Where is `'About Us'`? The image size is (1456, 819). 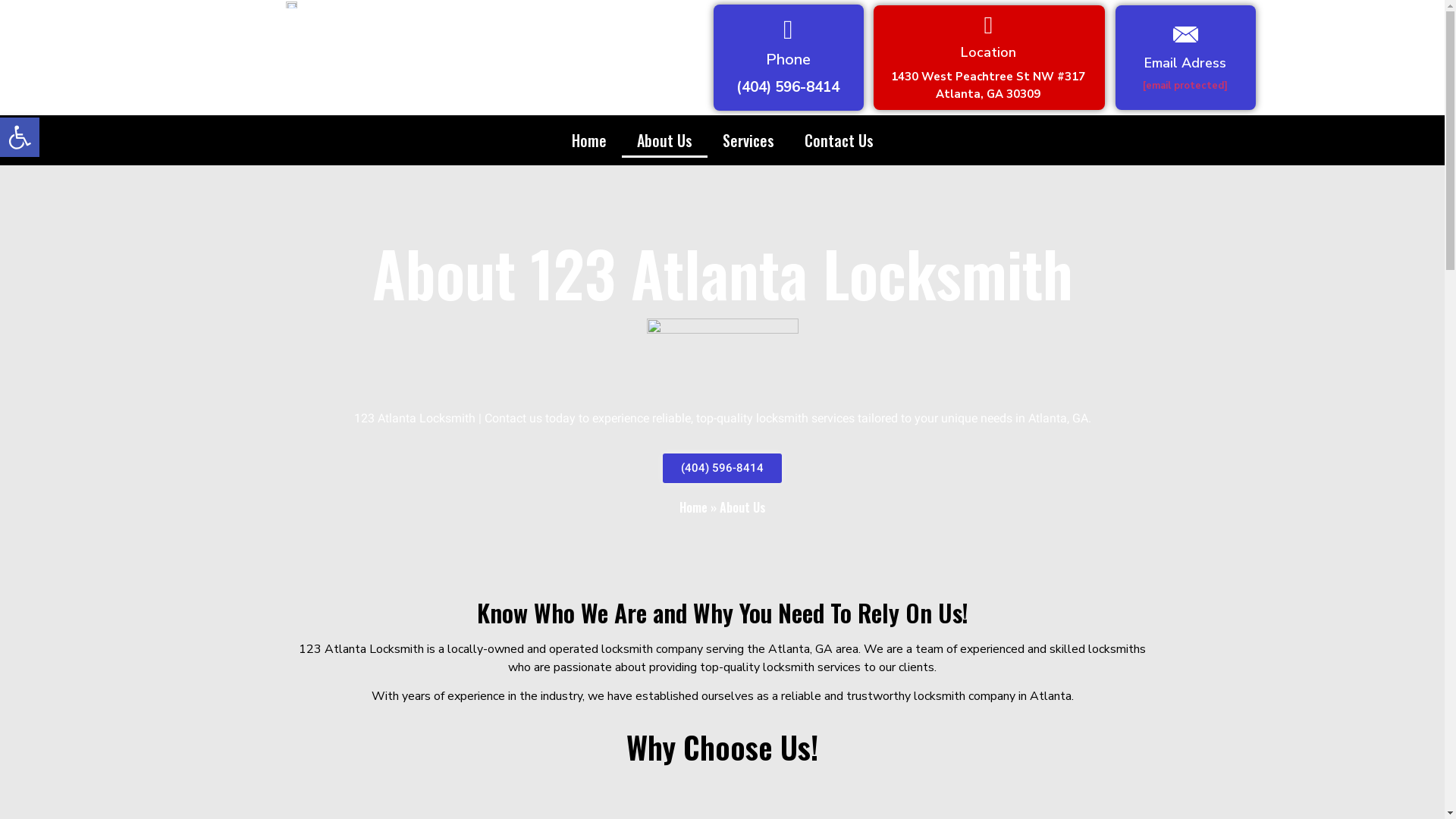 'About Us' is located at coordinates (664, 140).